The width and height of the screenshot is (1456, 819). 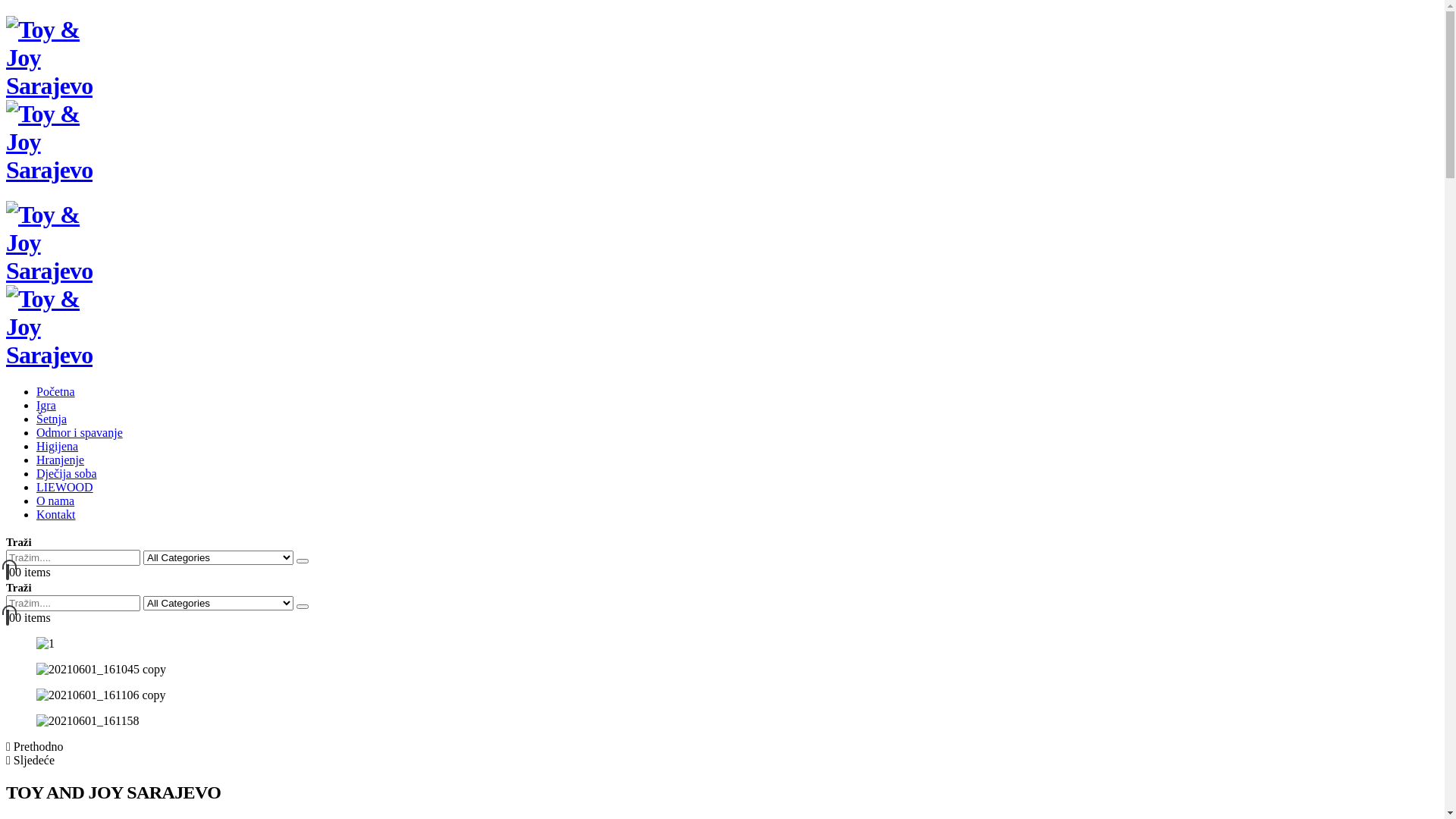 What do you see at coordinates (57, 445) in the screenshot?
I see `'Higijena'` at bounding box center [57, 445].